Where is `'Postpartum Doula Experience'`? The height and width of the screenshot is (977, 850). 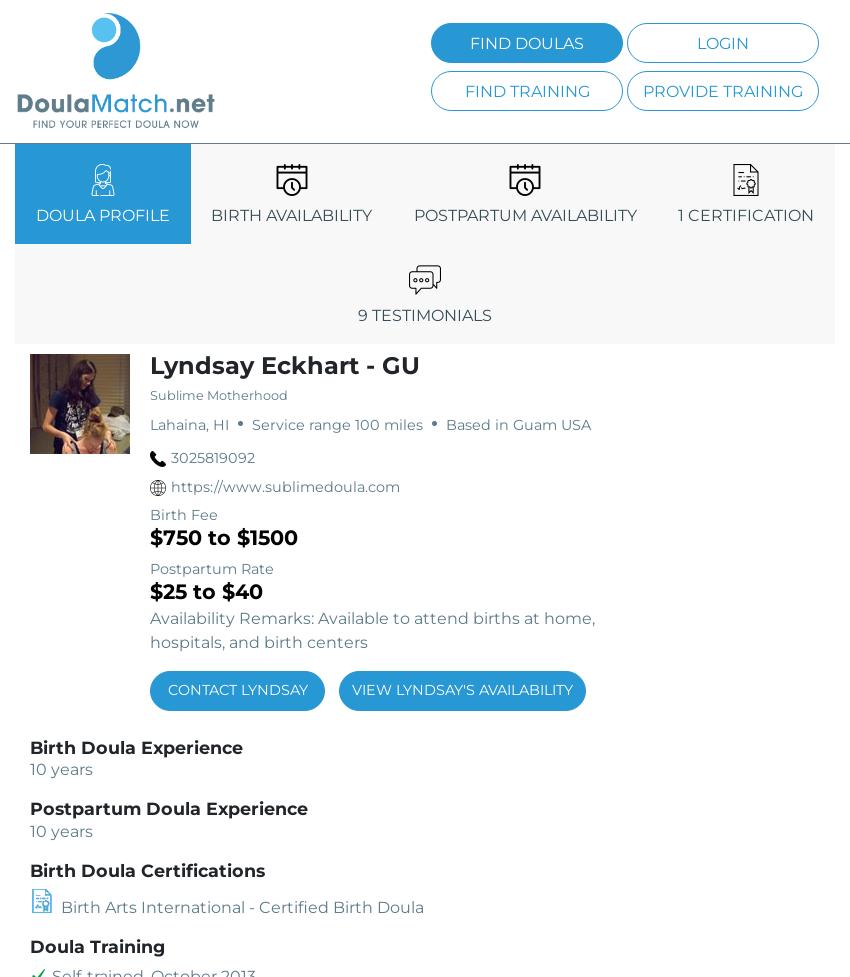
'Postpartum Doula Experience' is located at coordinates (168, 808).